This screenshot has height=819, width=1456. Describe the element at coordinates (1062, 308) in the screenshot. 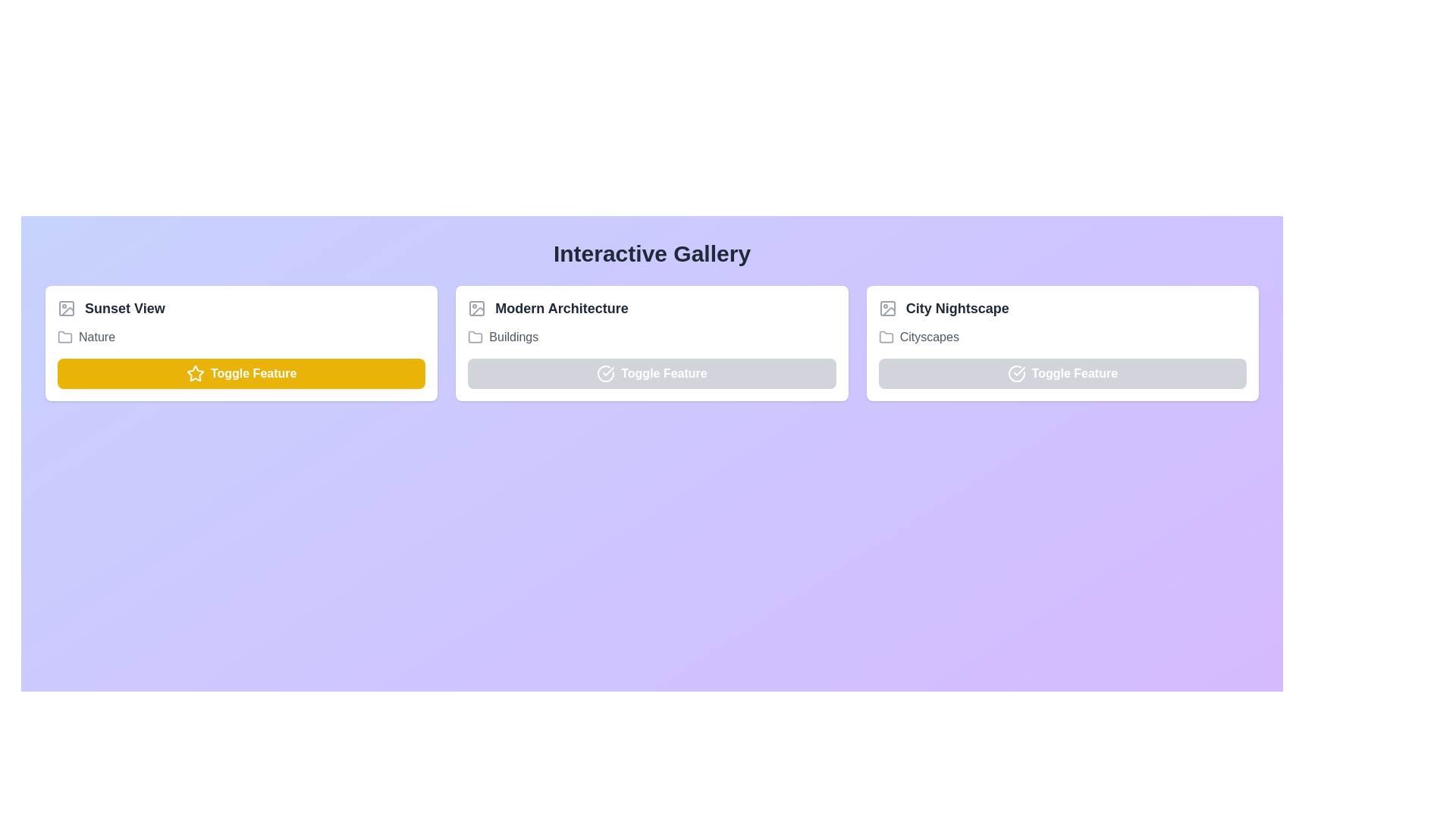

I see `the heading 'City Nightscape' with the accompanying image icon` at that location.